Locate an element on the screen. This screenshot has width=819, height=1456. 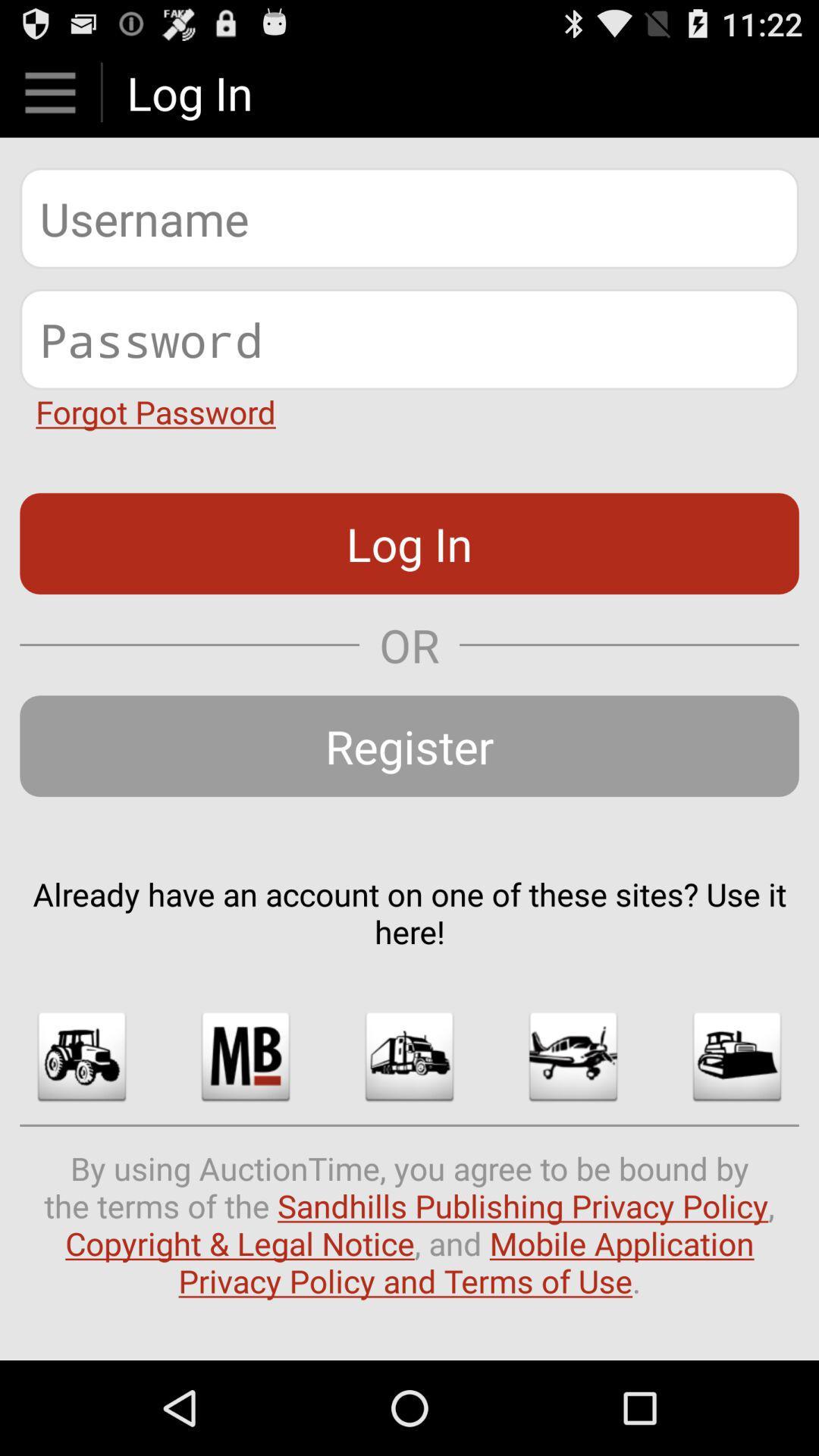
icon above the already have an app is located at coordinates (409, 745).